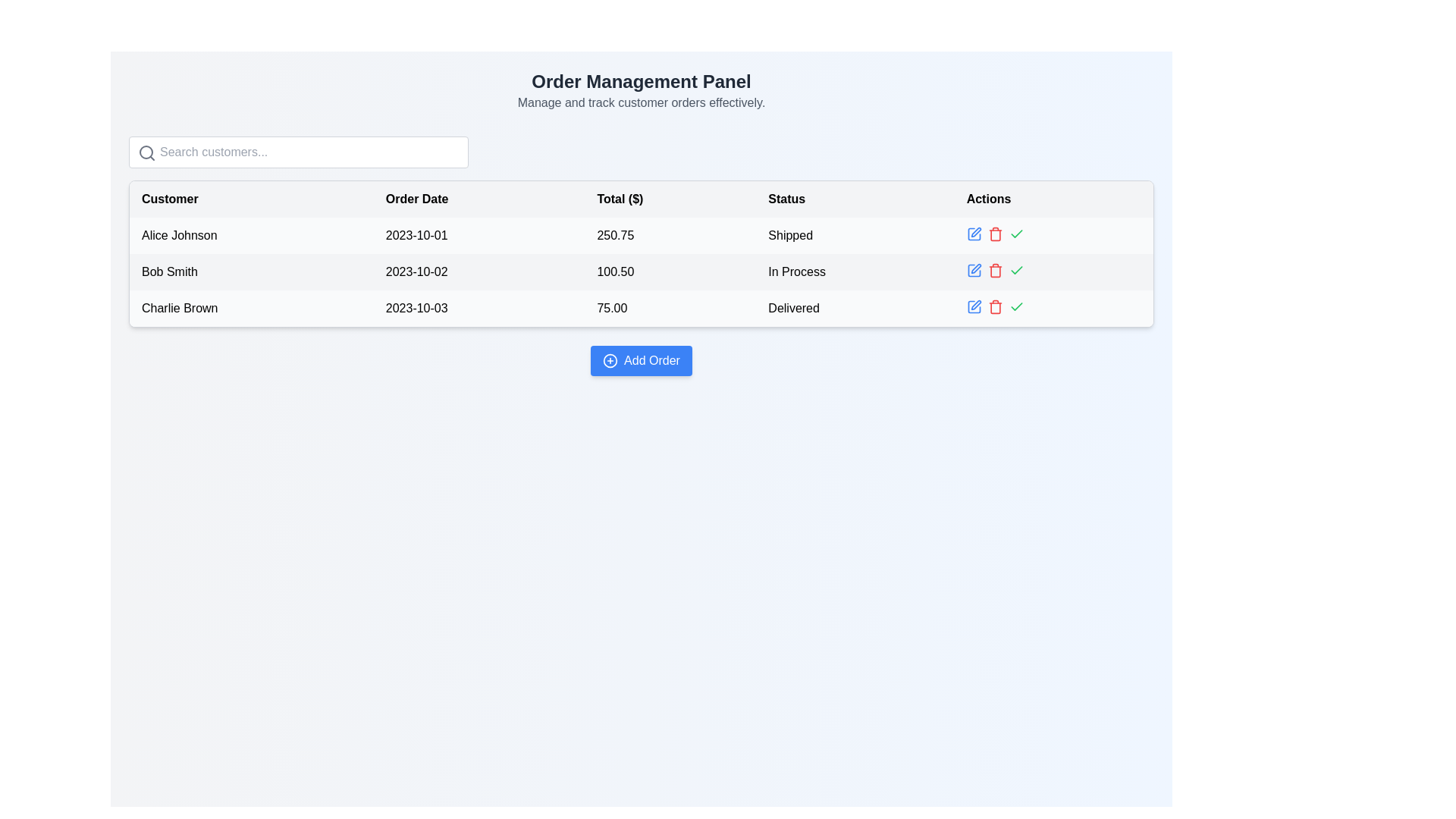 The height and width of the screenshot is (819, 1456). What do you see at coordinates (974, 307) in the screenshot?
I see `the edit icon in the 'Actions' column of the last row for the 'Delivered' order status associated with 'Charlie Brown'` at bounding box center [974, 307].